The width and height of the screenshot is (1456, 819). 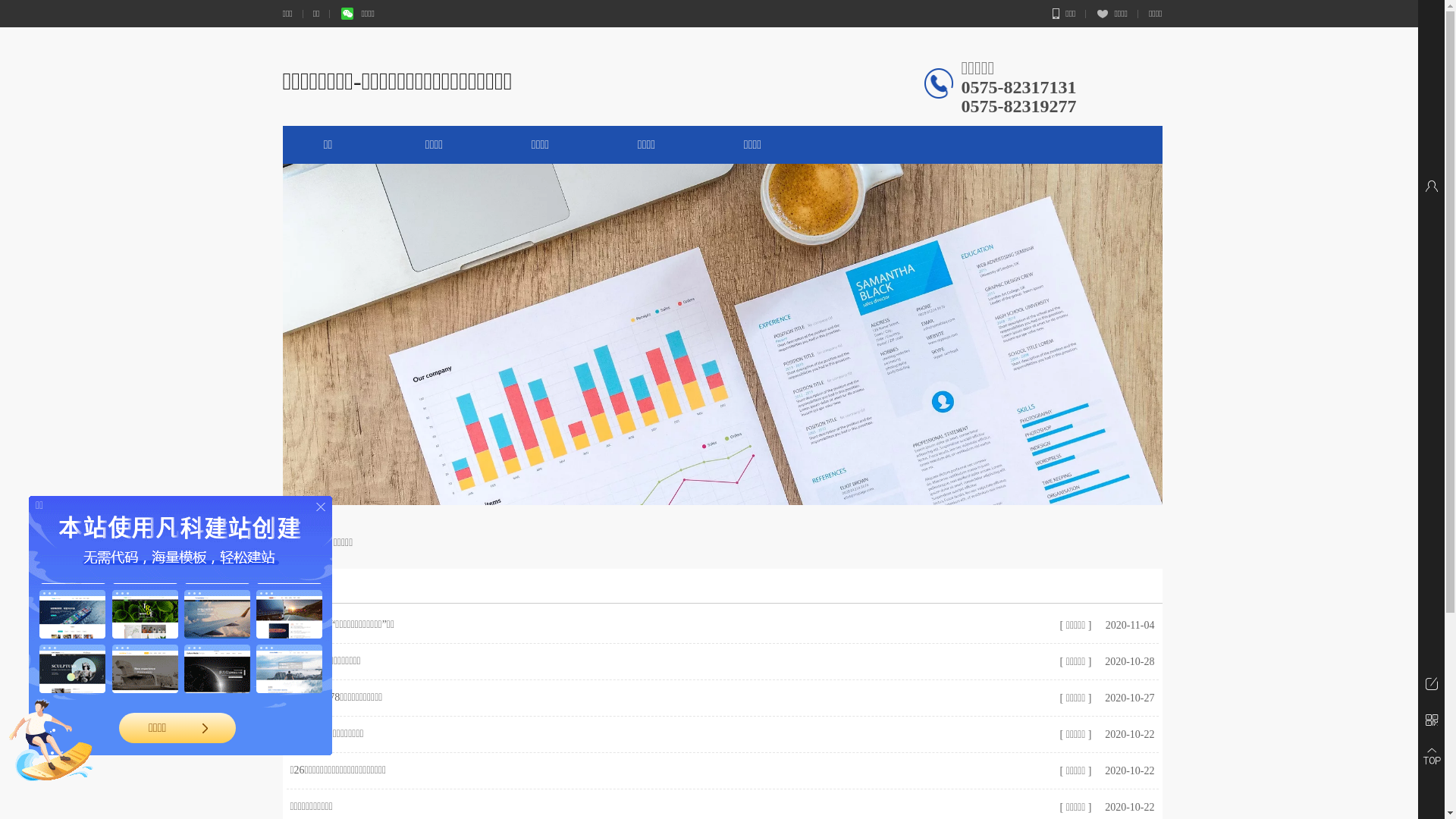 What do you see at coordinates (1100, 733) in the screenshot?
I see `'2020-10-22'` at bounding box center [1100, 733].